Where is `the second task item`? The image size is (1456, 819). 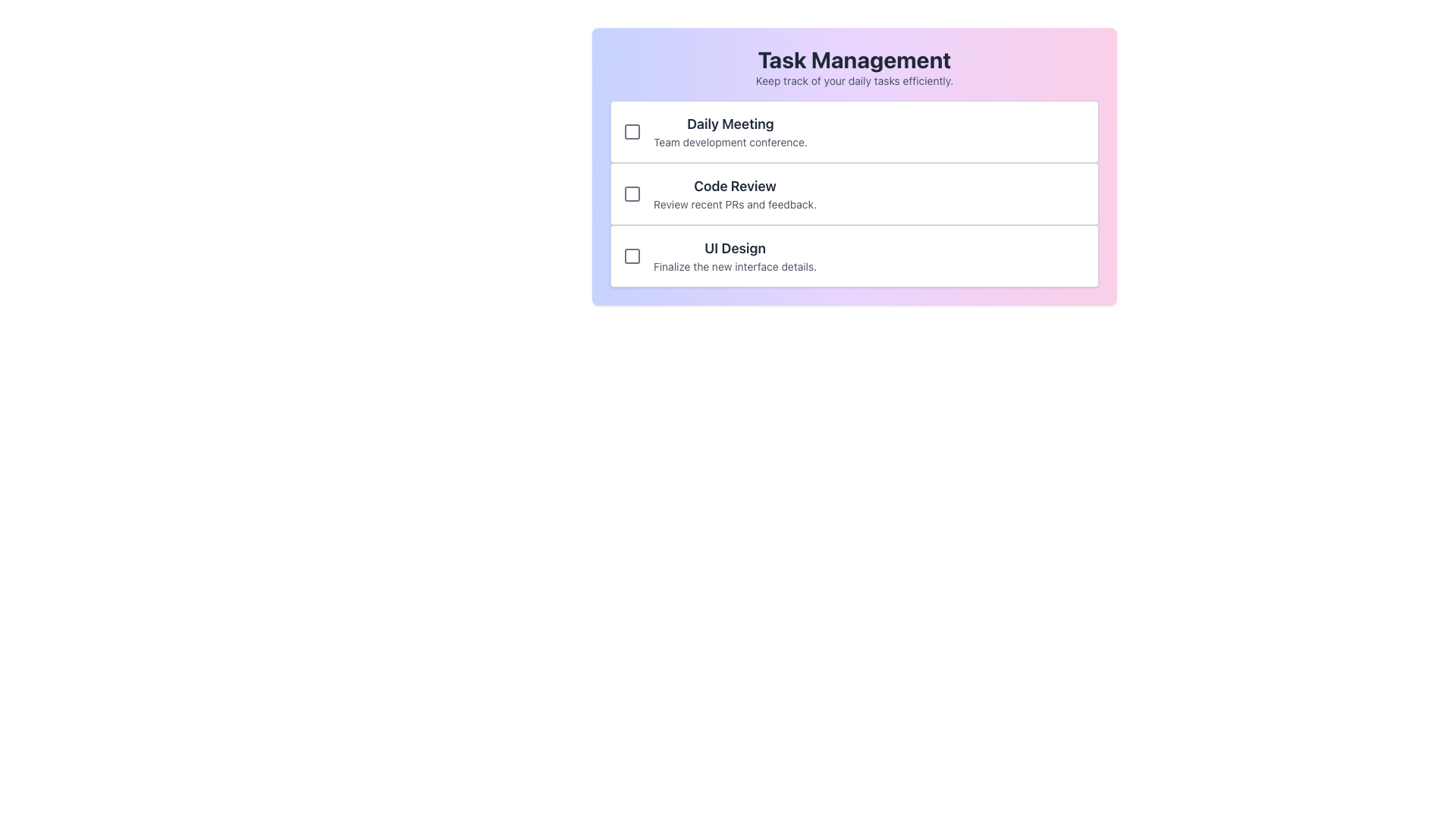
the second task item is located at coordinates (855, 166).